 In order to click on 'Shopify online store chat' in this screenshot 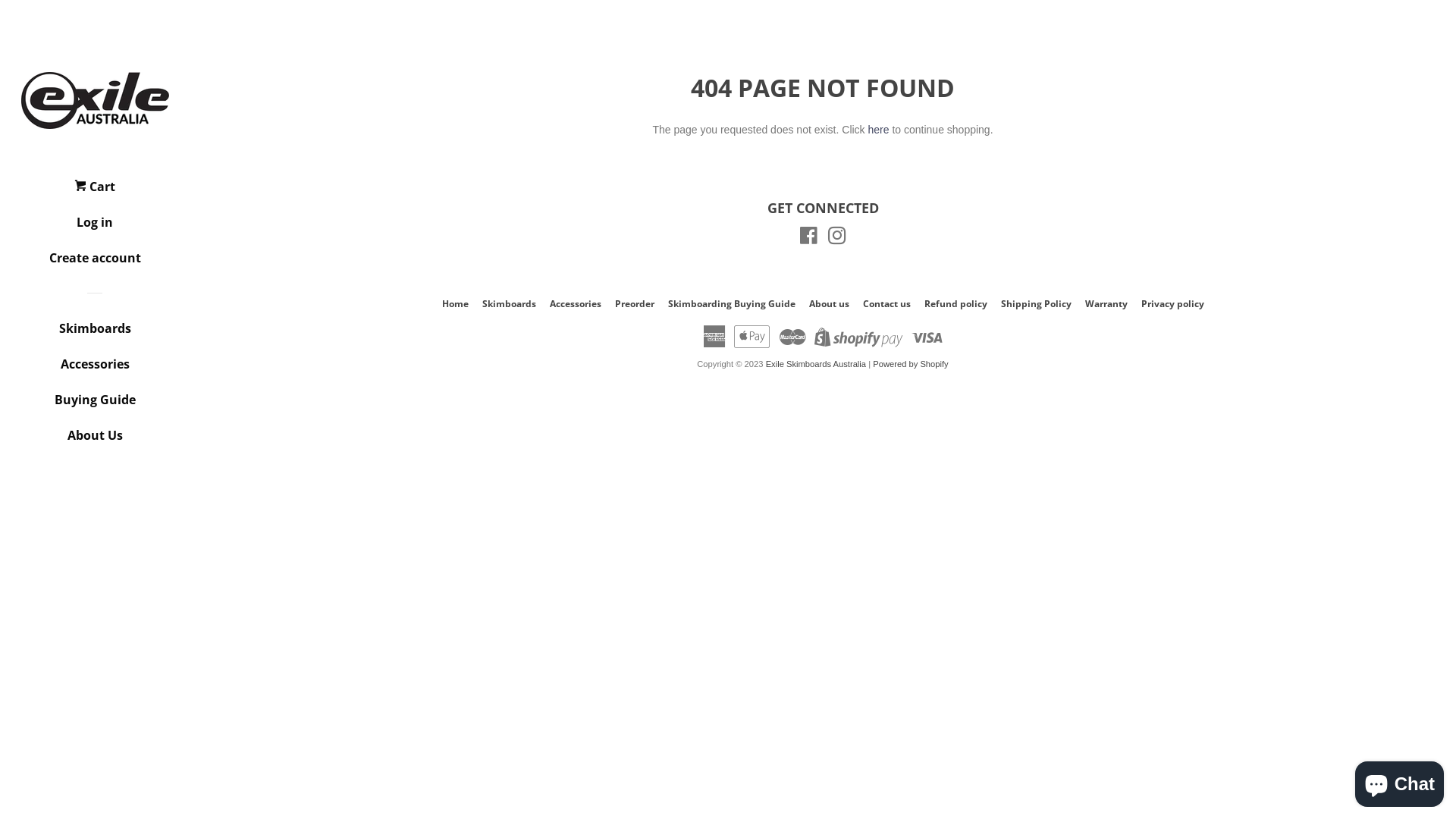, I will do `click(1350, 780)`.